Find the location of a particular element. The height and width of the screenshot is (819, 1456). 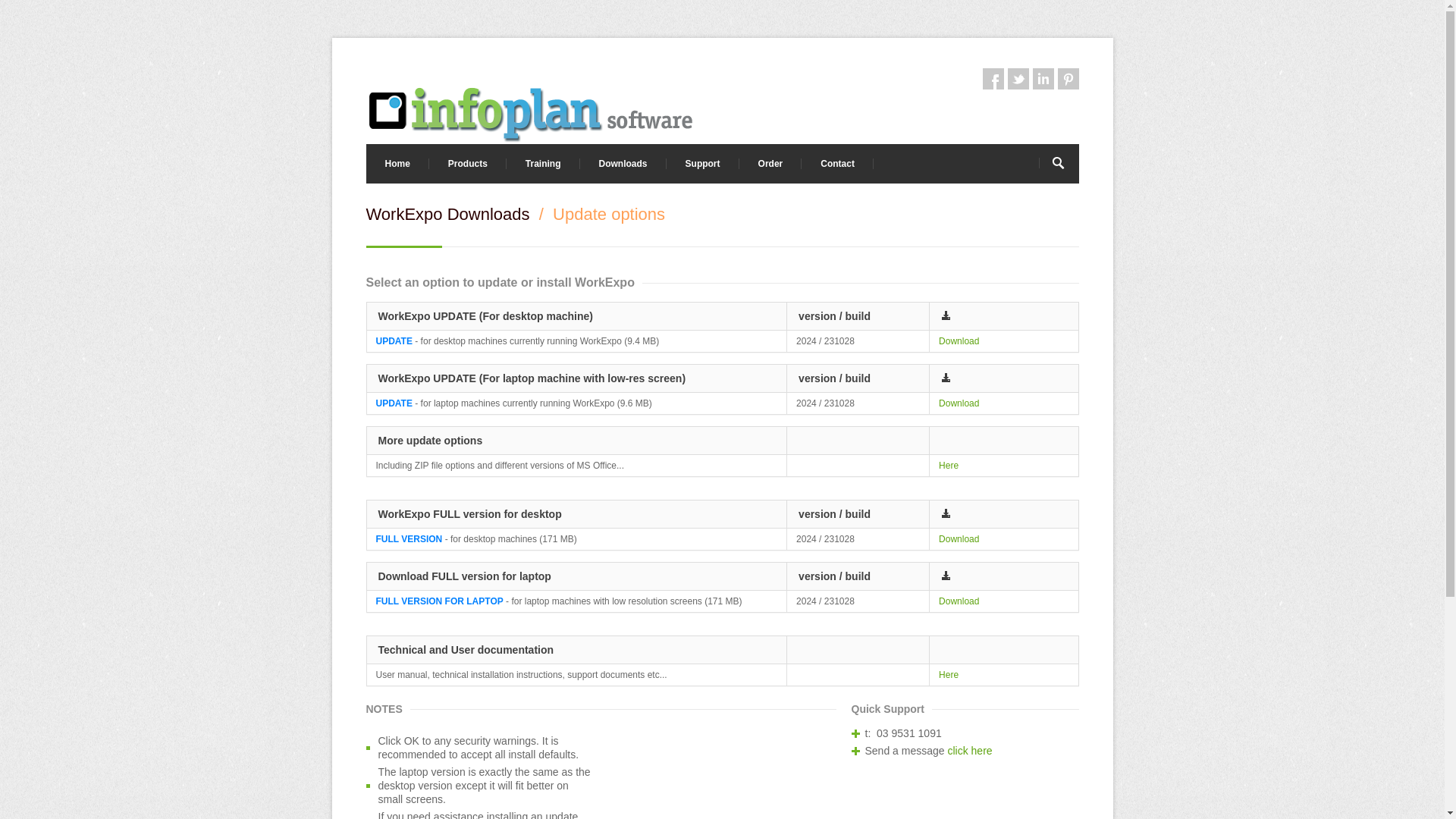

'Download' is located at coordinates (938, 538).